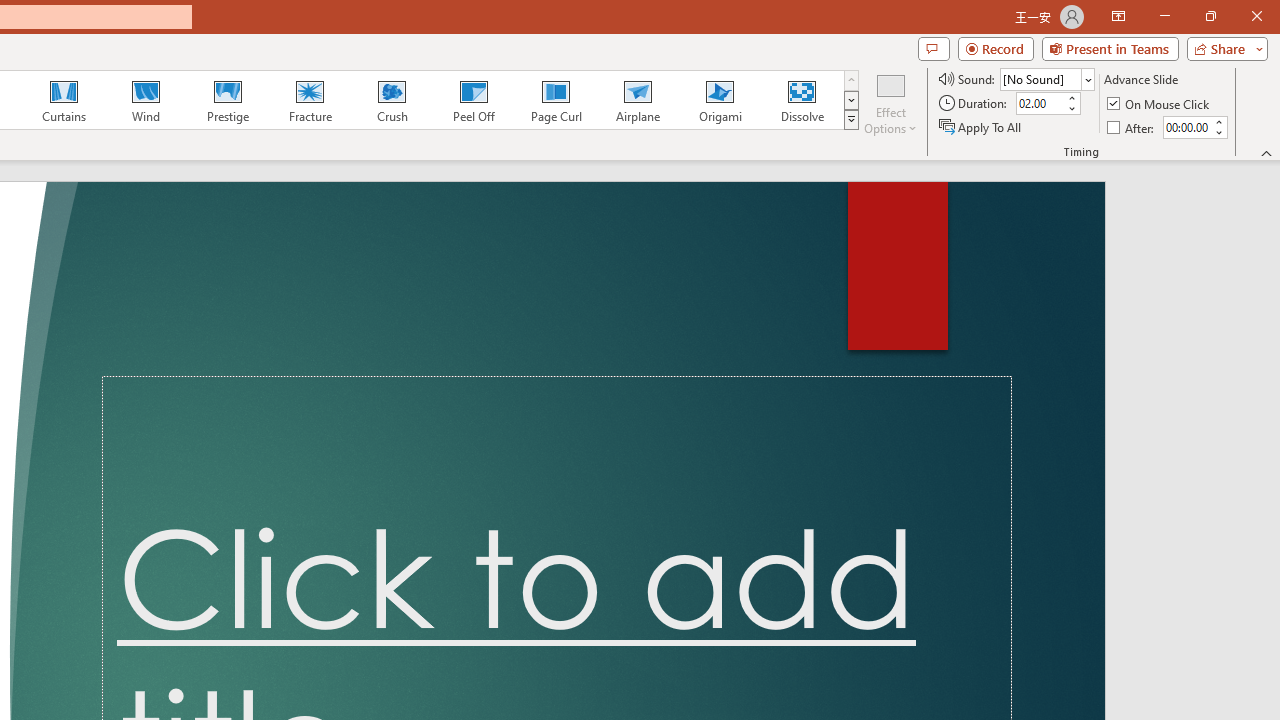  Describe the element at coordinates (308, 100) in the screenshot. I see `'Fracture'` at that location.